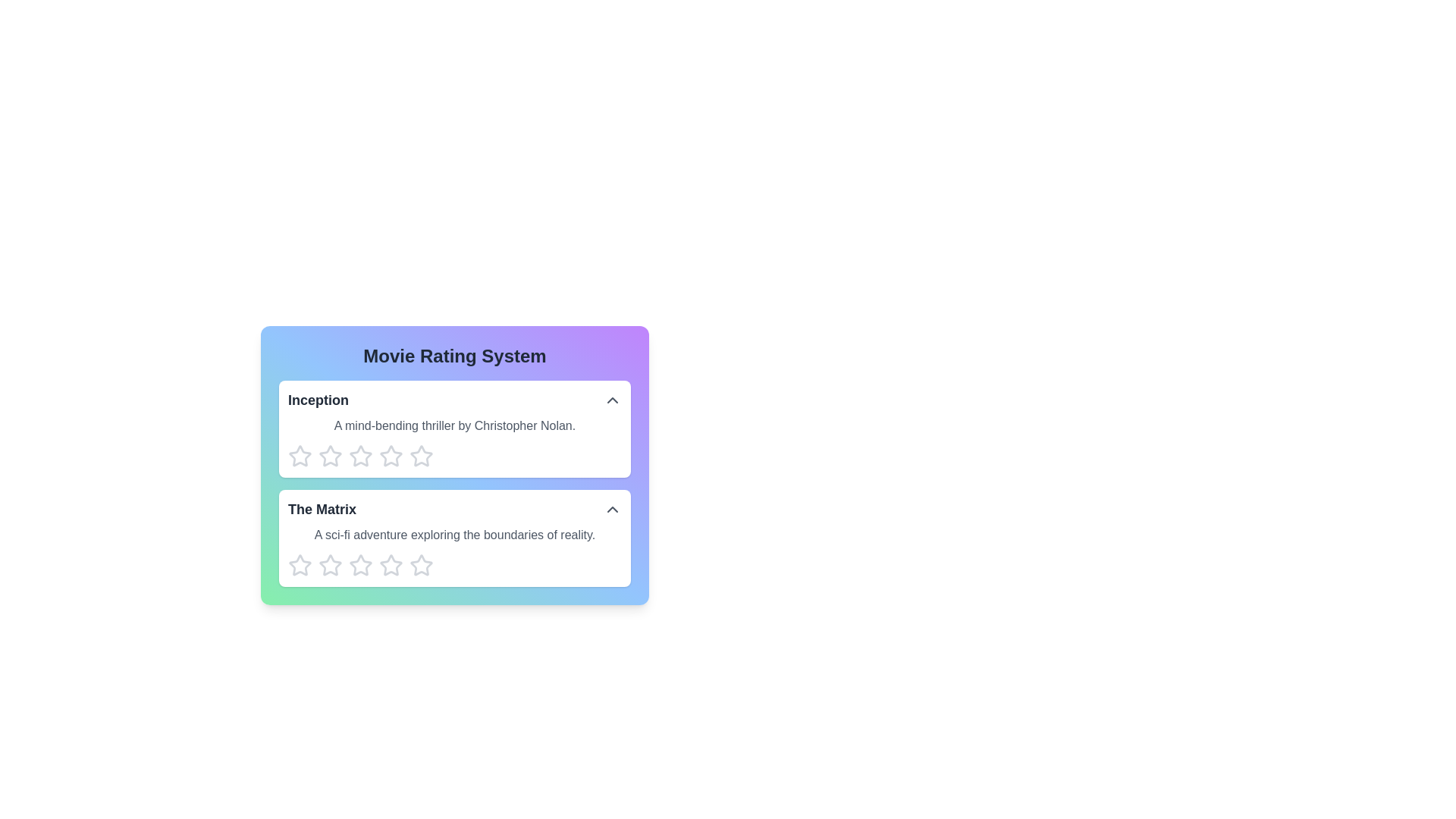  I want to click on the first star icon button in the movie rating system interface for tooltip or highlight effect, so click(300, 455).